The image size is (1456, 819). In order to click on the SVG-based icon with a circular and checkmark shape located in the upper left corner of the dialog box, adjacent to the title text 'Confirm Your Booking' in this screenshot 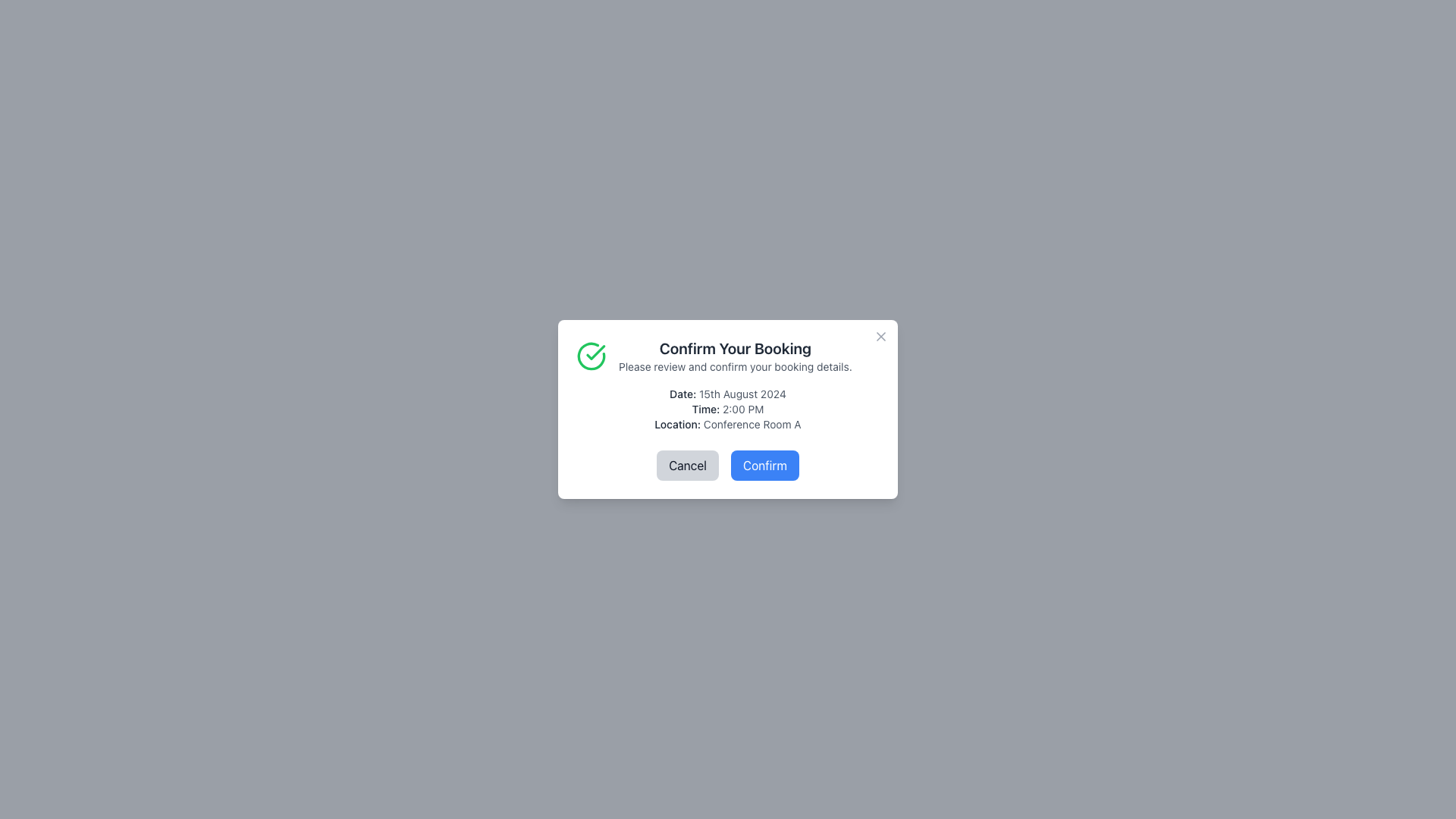, I will do `click(590, 356)`.